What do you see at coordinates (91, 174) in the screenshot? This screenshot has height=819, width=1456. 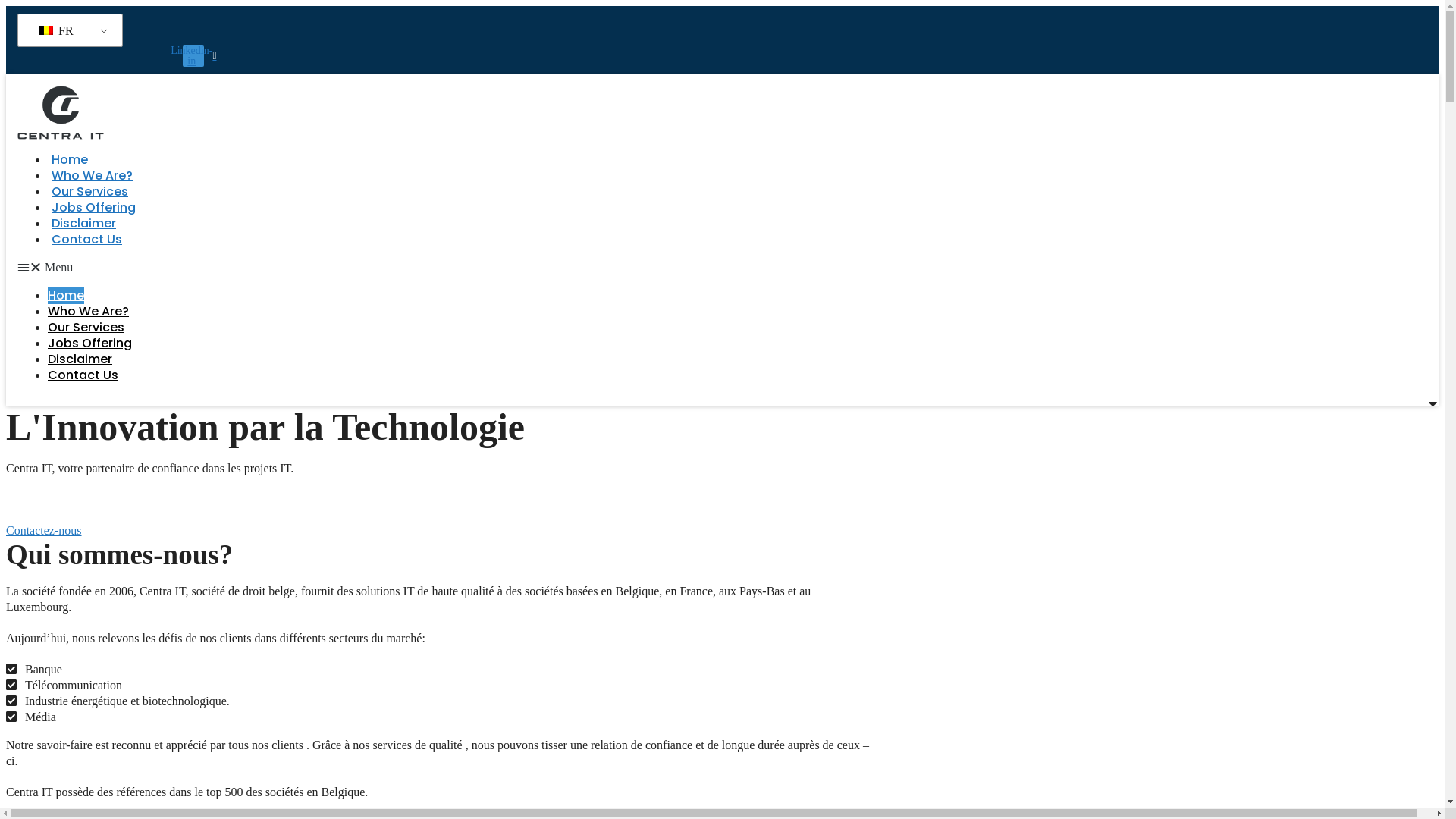 I see `'Who We Are?'` at bounding box center [91, 174].